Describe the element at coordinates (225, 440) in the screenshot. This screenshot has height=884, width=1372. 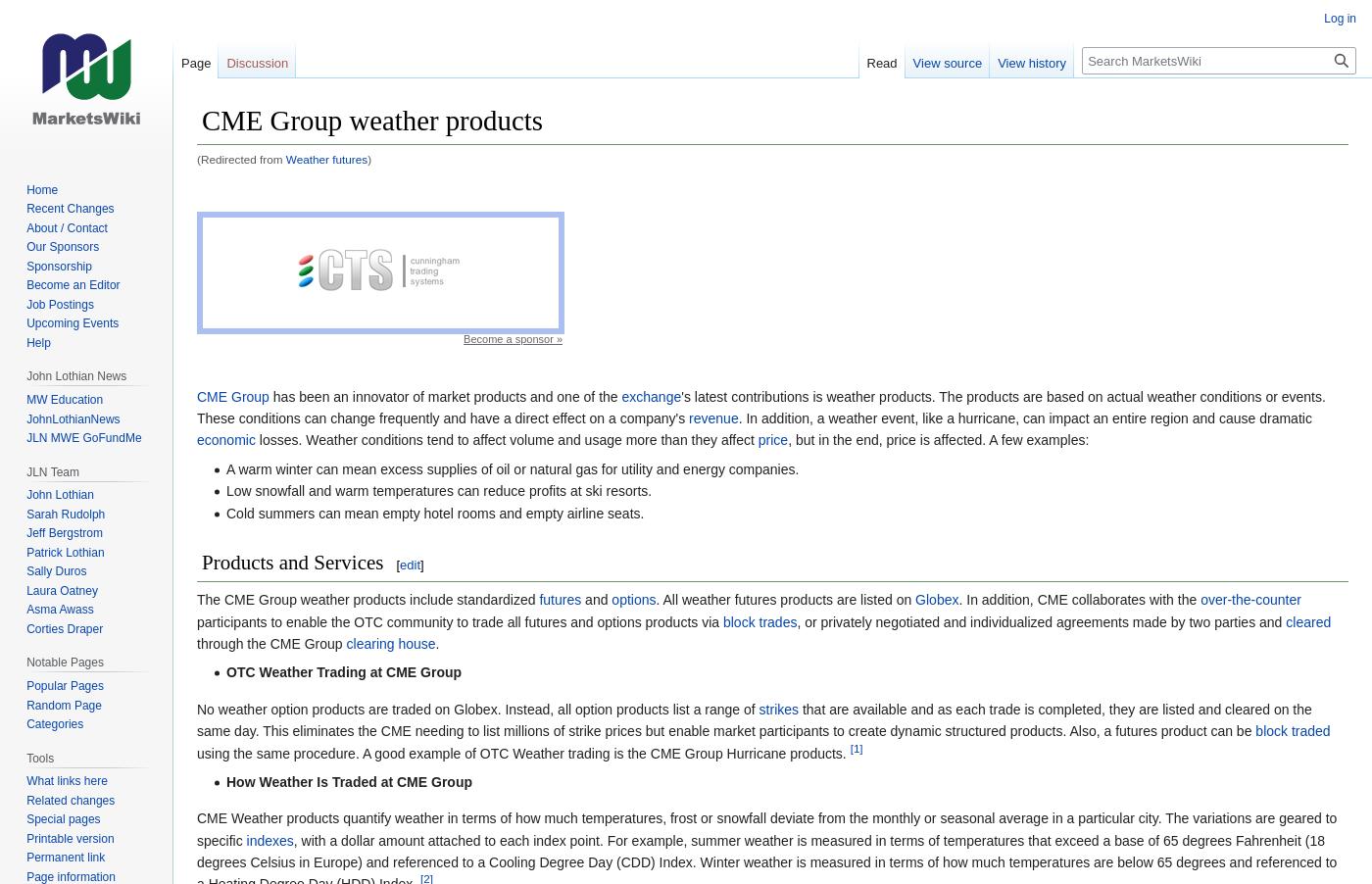
I see `'economic'` at that location.